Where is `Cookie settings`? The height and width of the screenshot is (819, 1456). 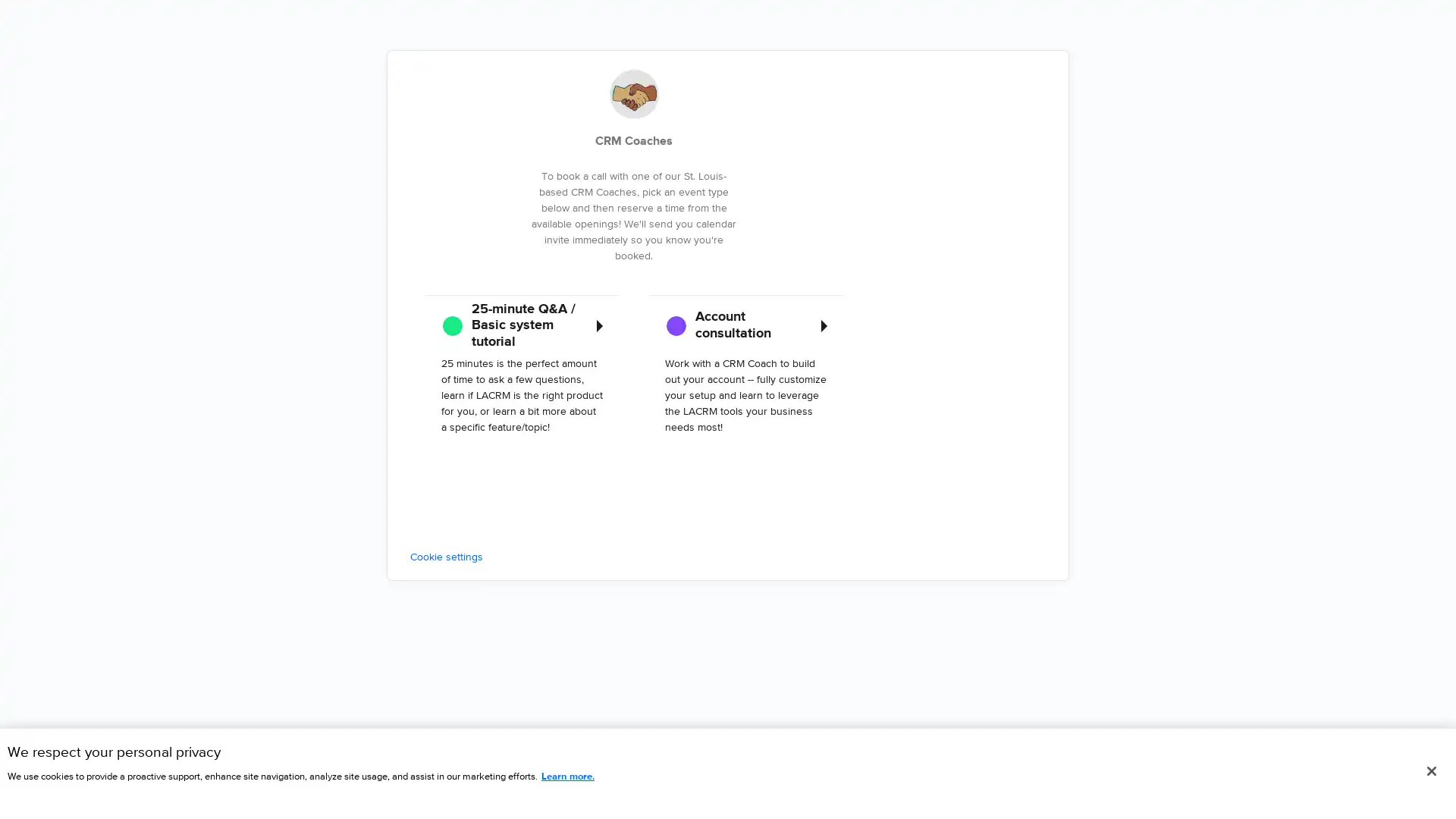 Cookie settings is located at coordinates (385, 557).